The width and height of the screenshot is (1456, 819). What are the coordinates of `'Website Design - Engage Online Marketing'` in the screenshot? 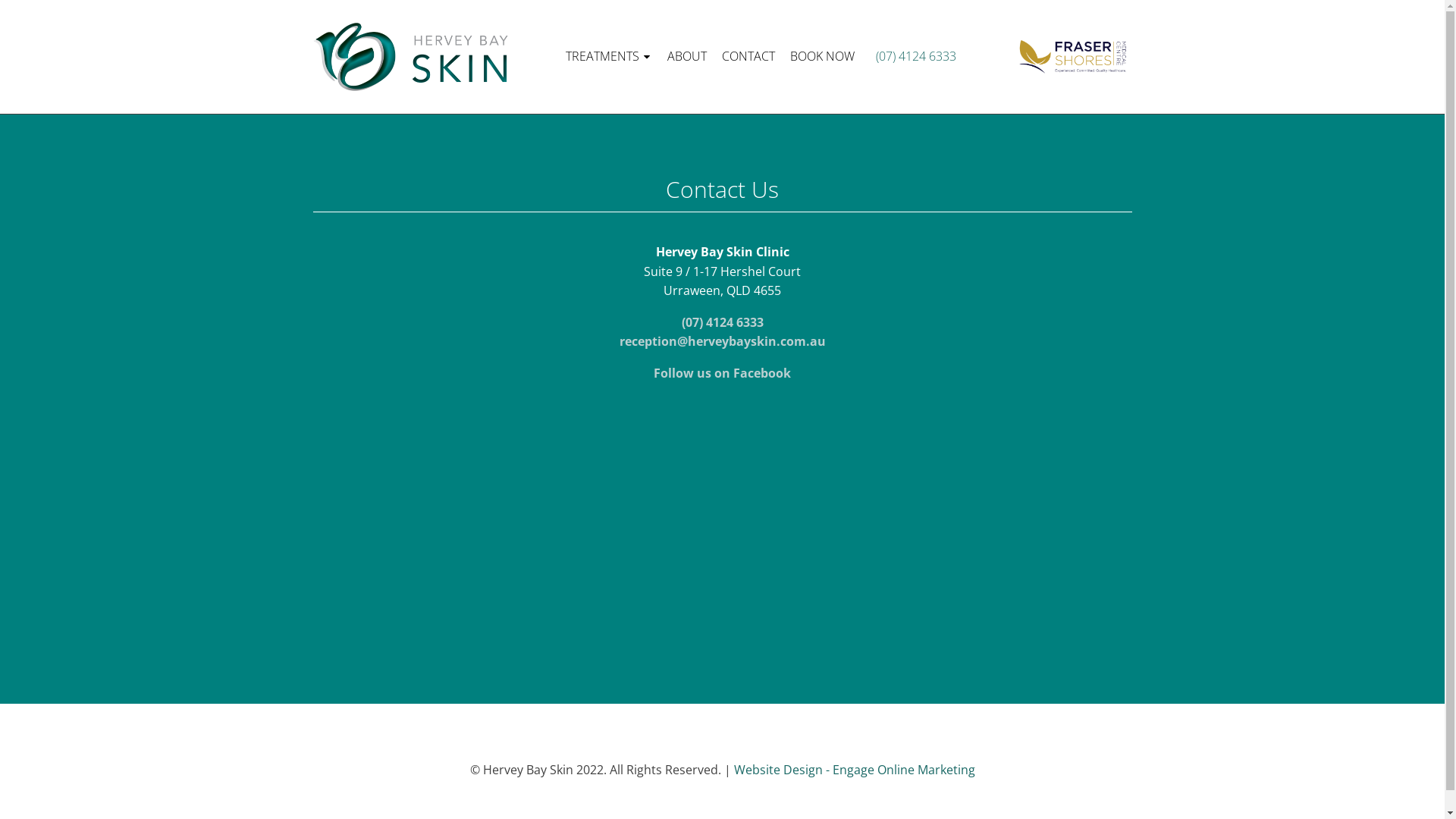 It's located at (855, 769).